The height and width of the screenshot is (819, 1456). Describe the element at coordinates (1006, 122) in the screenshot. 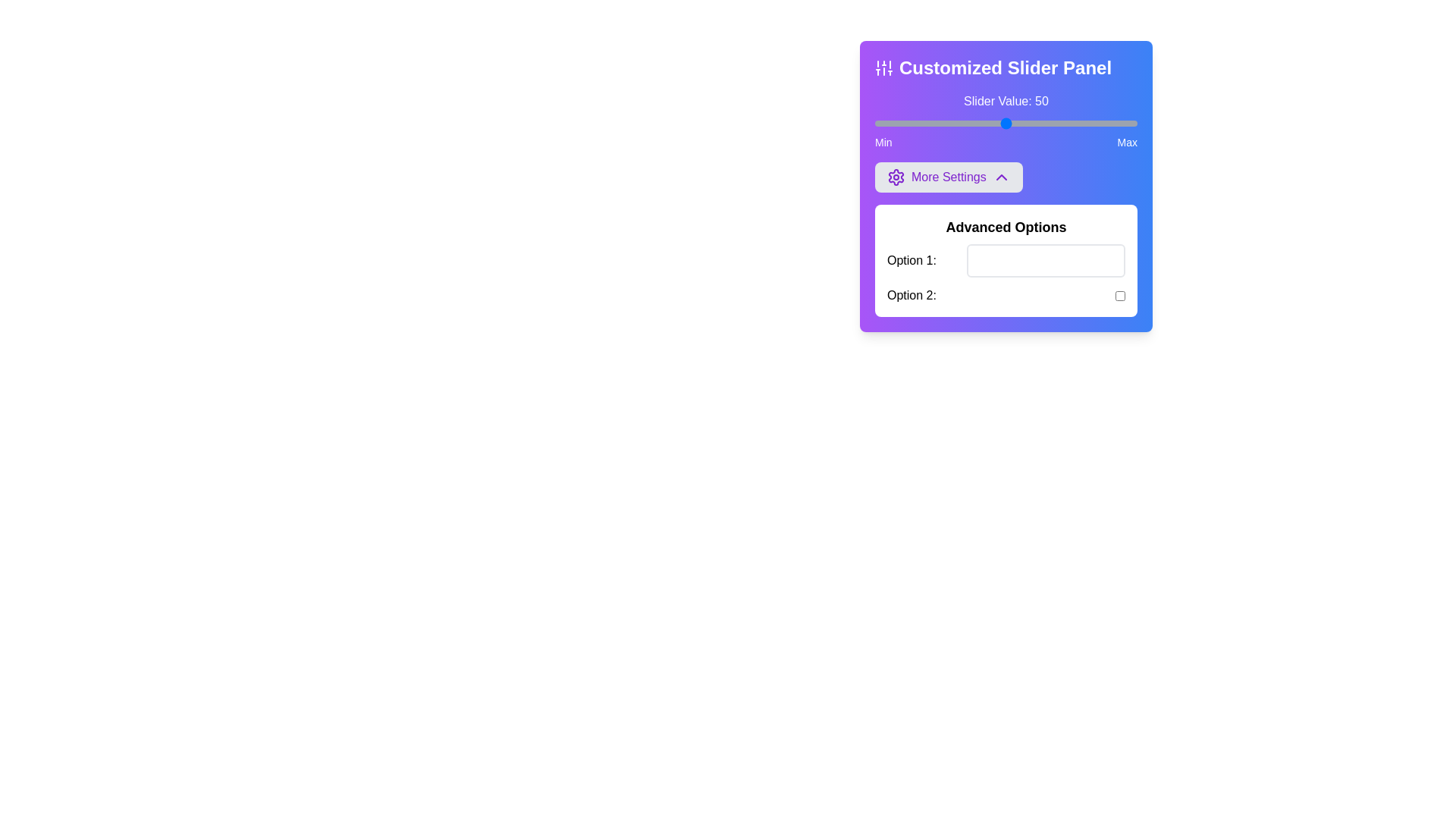

I see `the slider component located between the 'Slider Value: 50' label and the 'Min' and 'Max' labels, then use the keyboard arrows to modify its value incrementally` at that location.